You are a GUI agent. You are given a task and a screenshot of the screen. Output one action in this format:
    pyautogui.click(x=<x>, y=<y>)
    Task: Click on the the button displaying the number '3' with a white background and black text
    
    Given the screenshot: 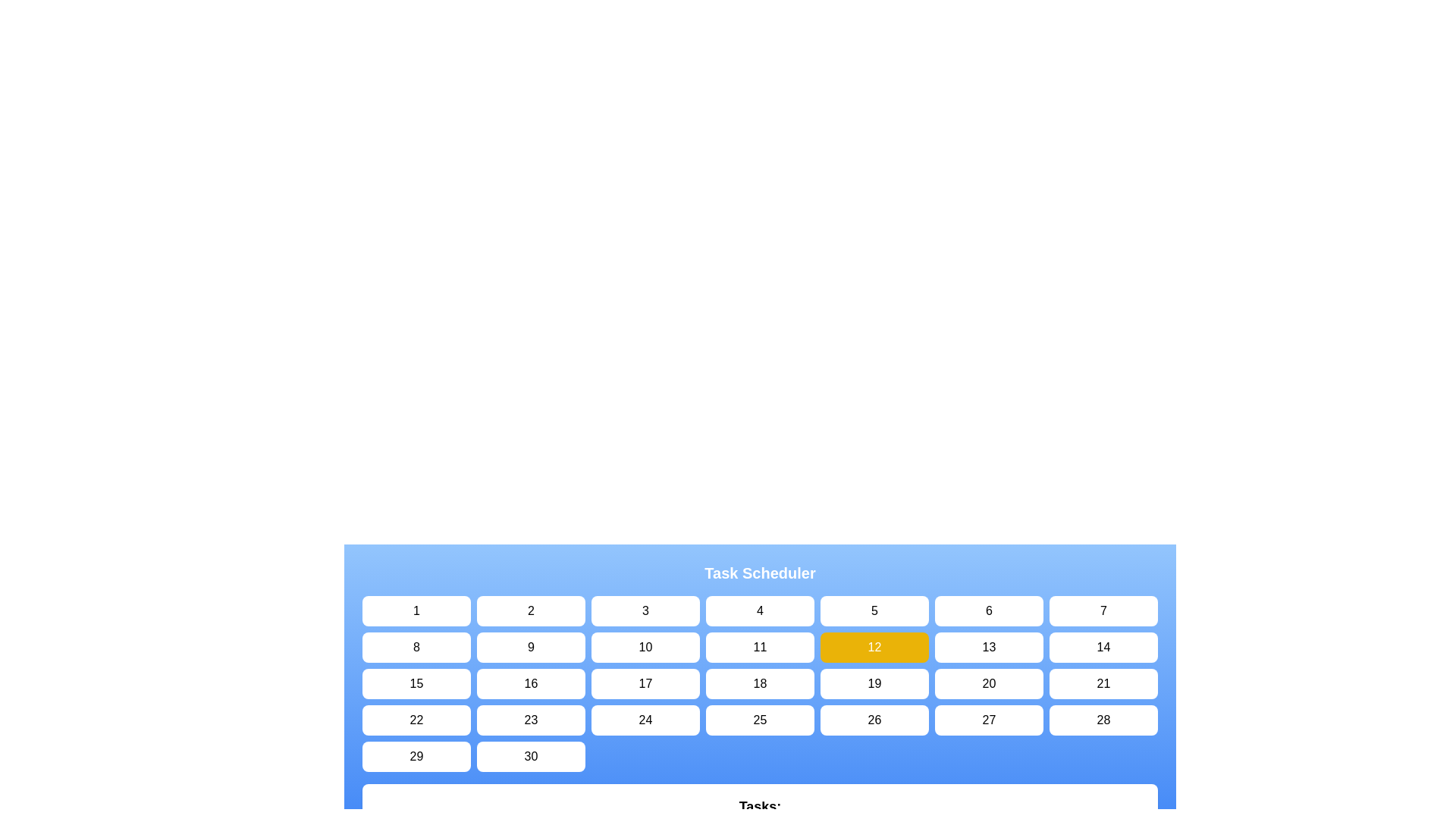 What is the action you would take?
    pyautogui.click(x=645, y=610)
    